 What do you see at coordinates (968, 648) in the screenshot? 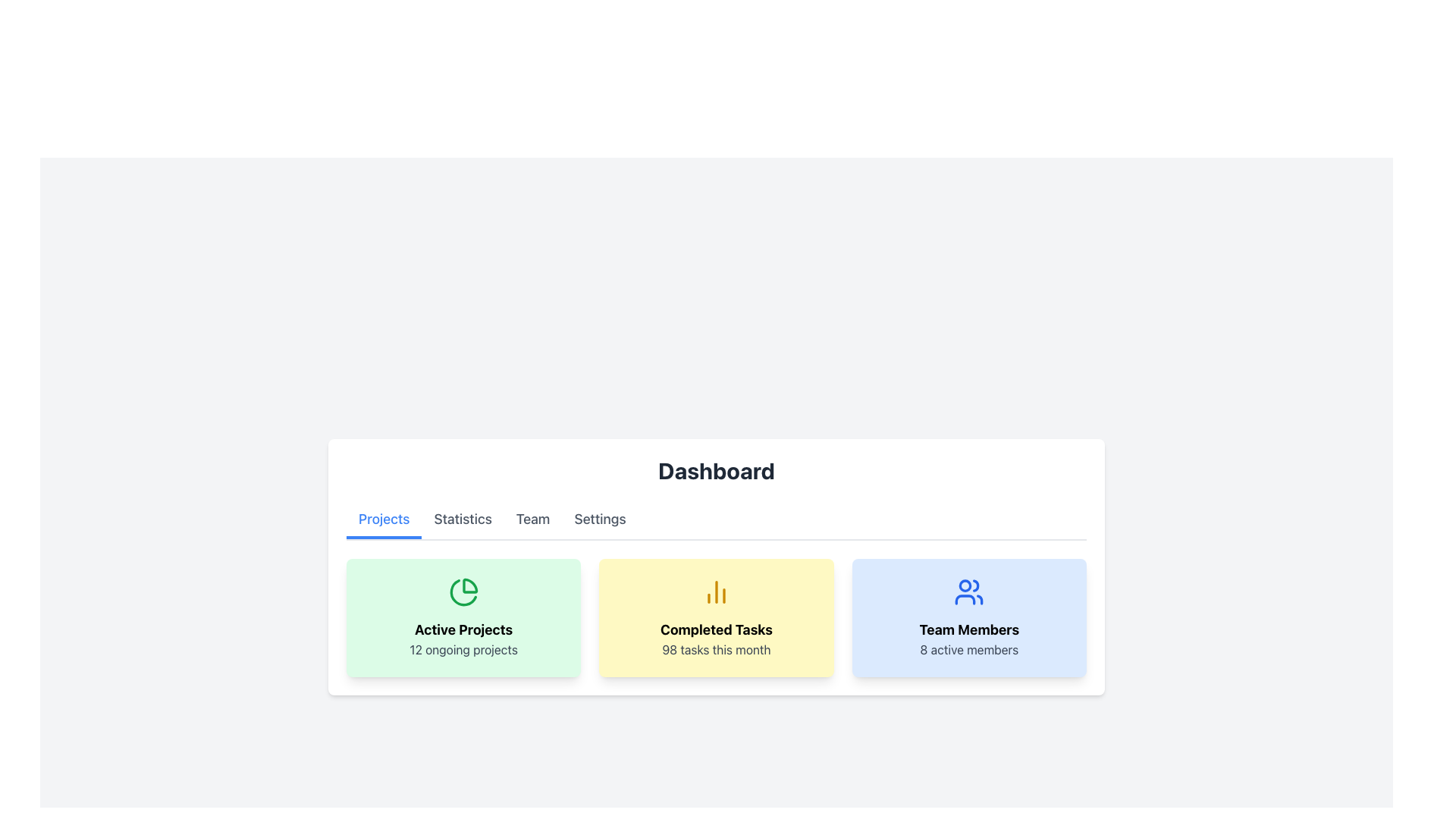
I see `the Text Label displaying the number of active members located at the bottom of the 'Team Members' card on the right side of the dashboard interface` at bounding box center [968, 648].